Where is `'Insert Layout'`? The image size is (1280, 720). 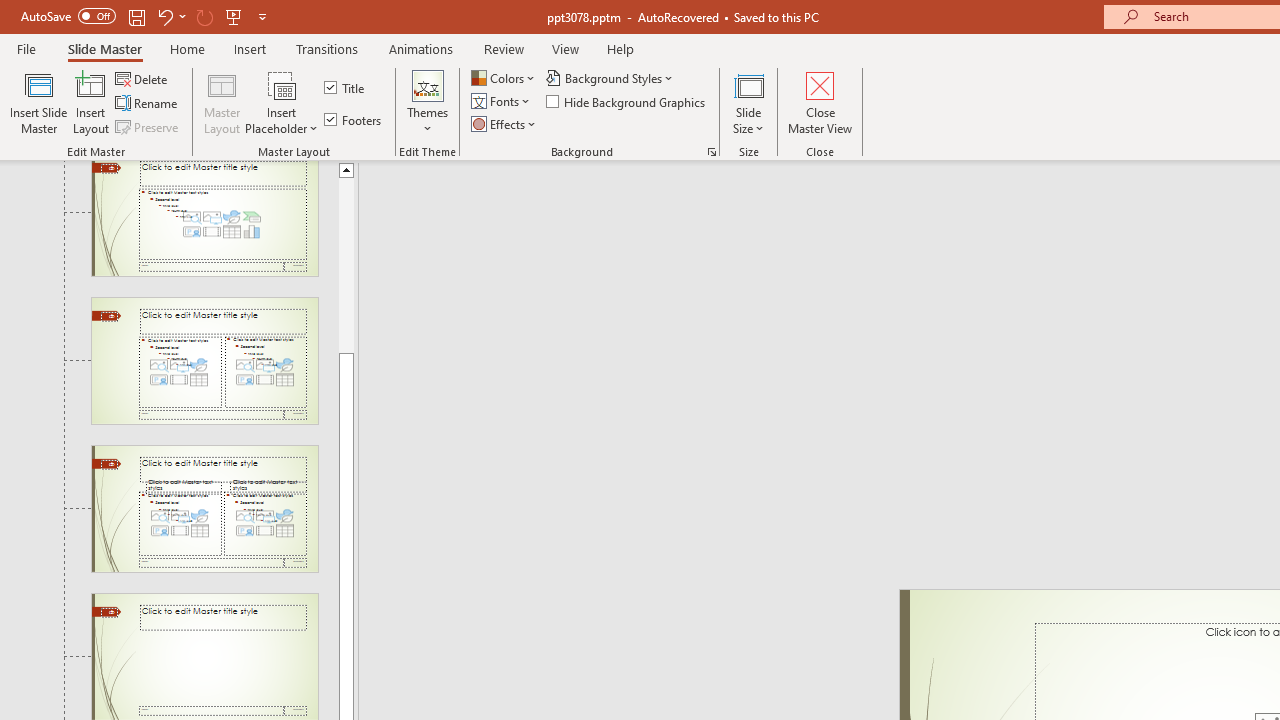 'Insert Layout' is located at coordinates (90, 103).